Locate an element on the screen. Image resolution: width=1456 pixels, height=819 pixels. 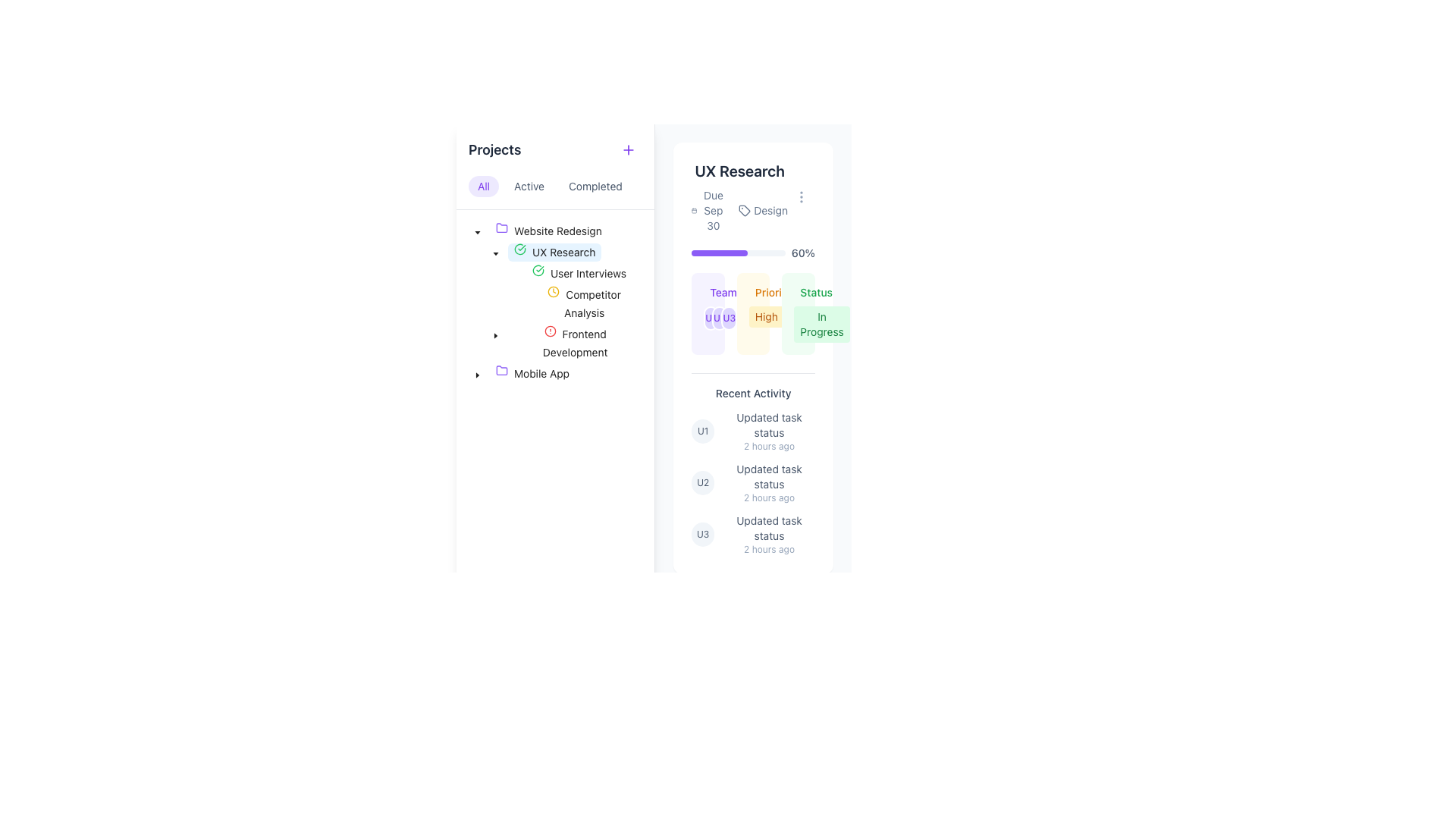
the 'In Progress' status indicator located in the 'Status' section of the 'UX Research' card, positioned beneath the 'Status' label is located at coordinates (821, 324).